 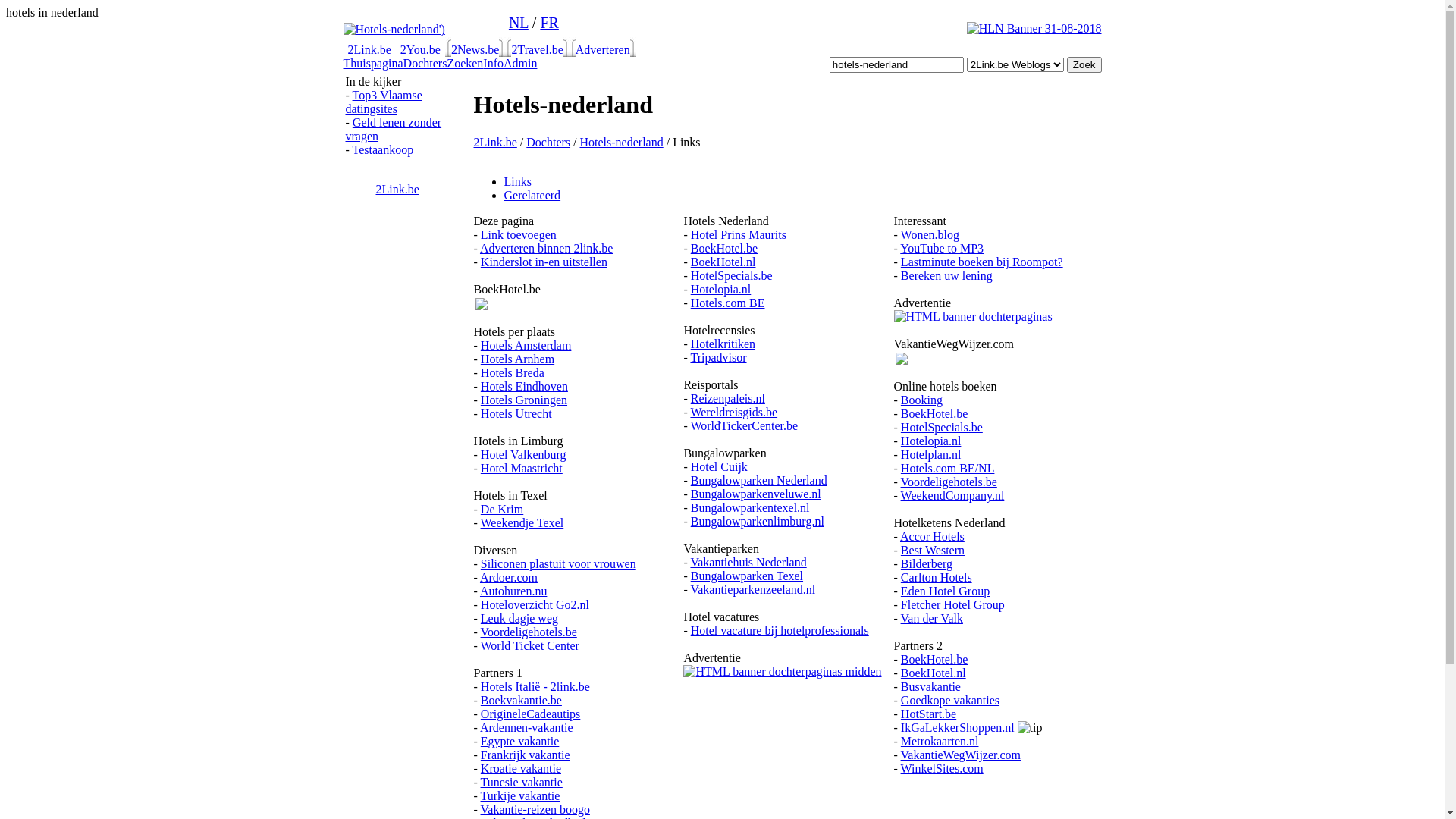 I want to click on 'Adverteren', so click(x=602, y=49).